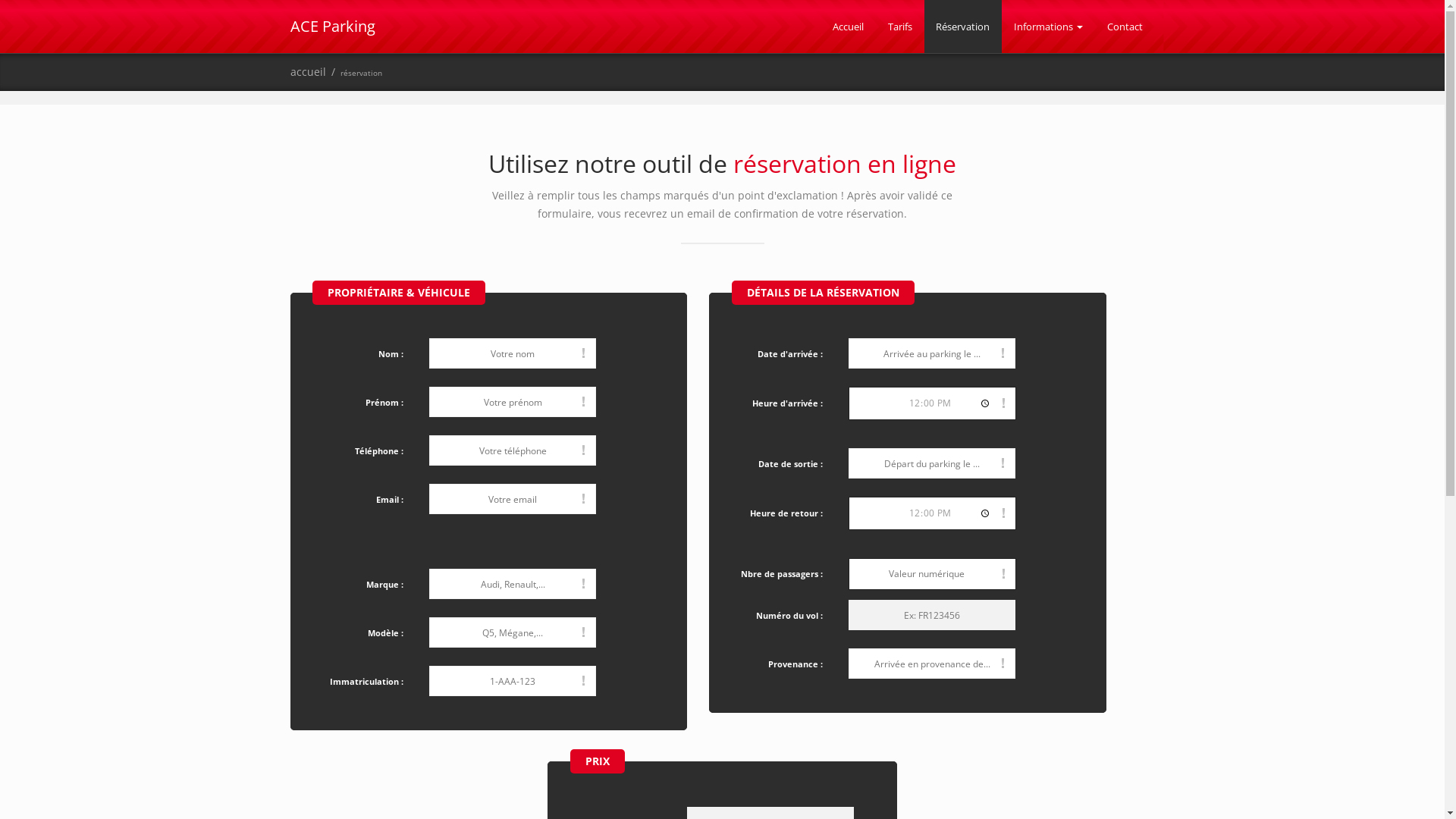 The image size is (1456, 819). What do you see at coordinates (331, 26) in the screenshot?
I see `'ACE Parking'` at bounding box center [331, 26].